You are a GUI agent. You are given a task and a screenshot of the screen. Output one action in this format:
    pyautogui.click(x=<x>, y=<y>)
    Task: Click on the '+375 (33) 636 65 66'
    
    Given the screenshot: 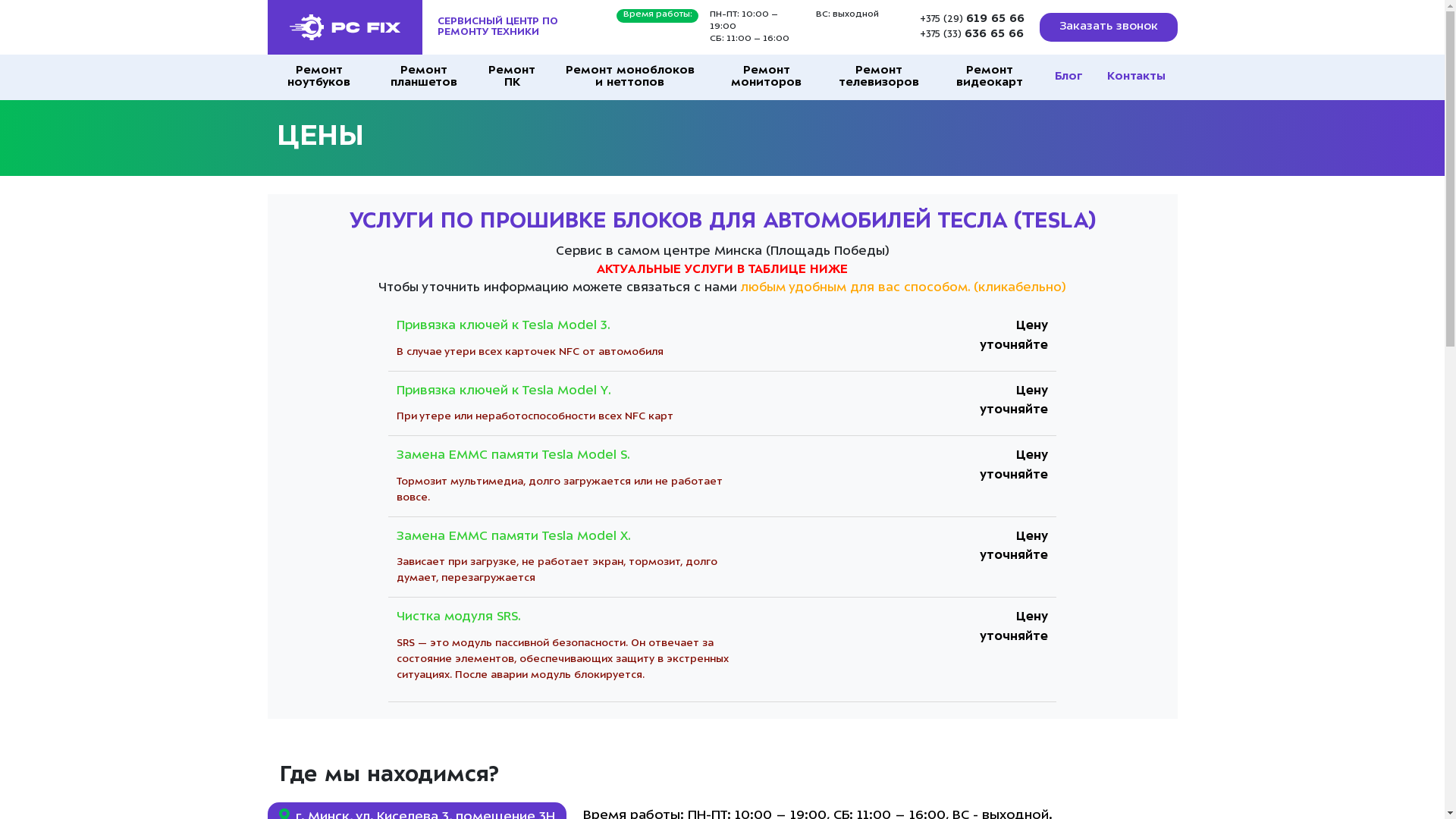 What is the action you would take?
    pyautogui.click(x=971, y=34)
    